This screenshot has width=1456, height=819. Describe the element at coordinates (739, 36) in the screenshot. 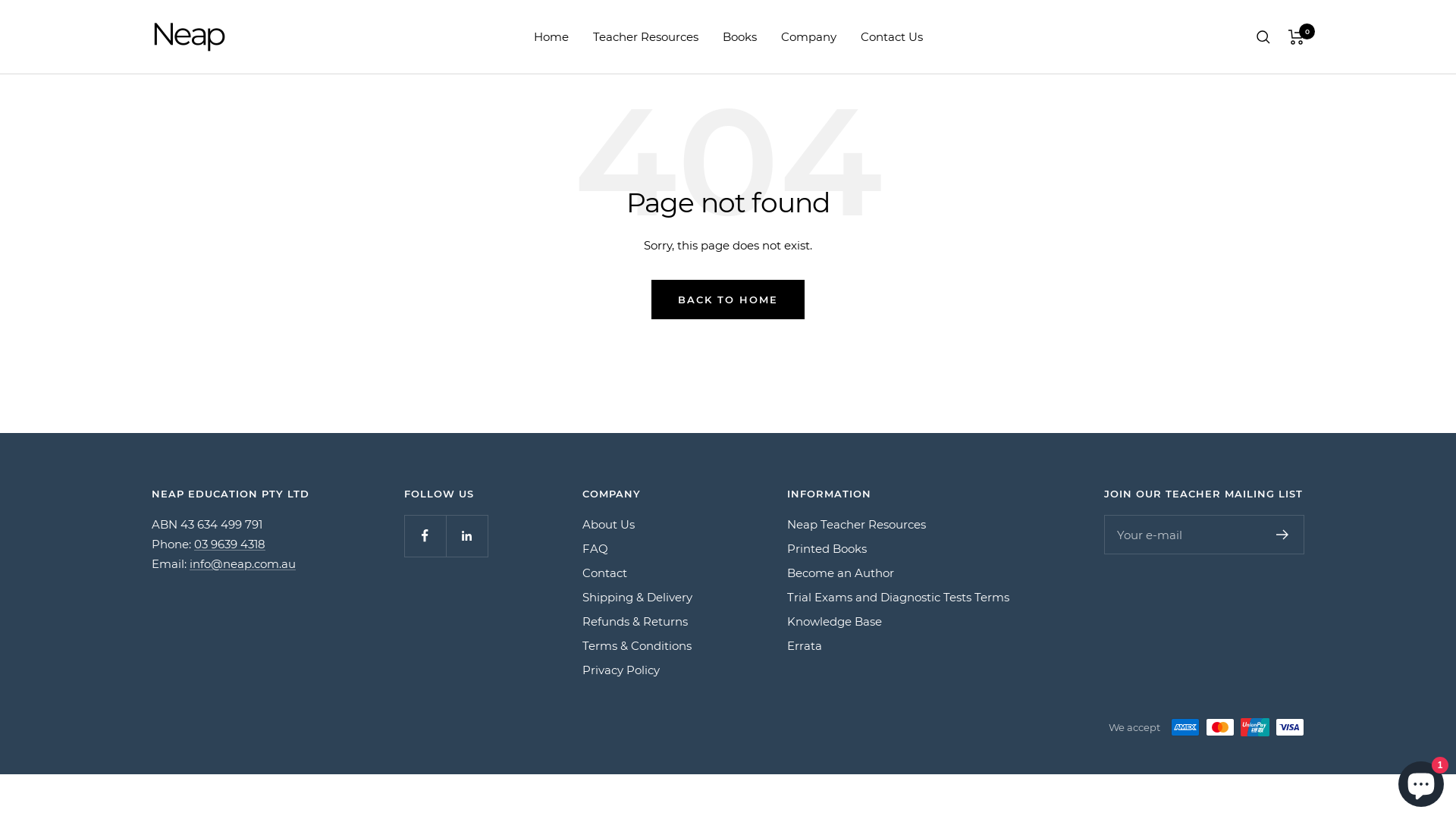

I see `'Books'` at that location.